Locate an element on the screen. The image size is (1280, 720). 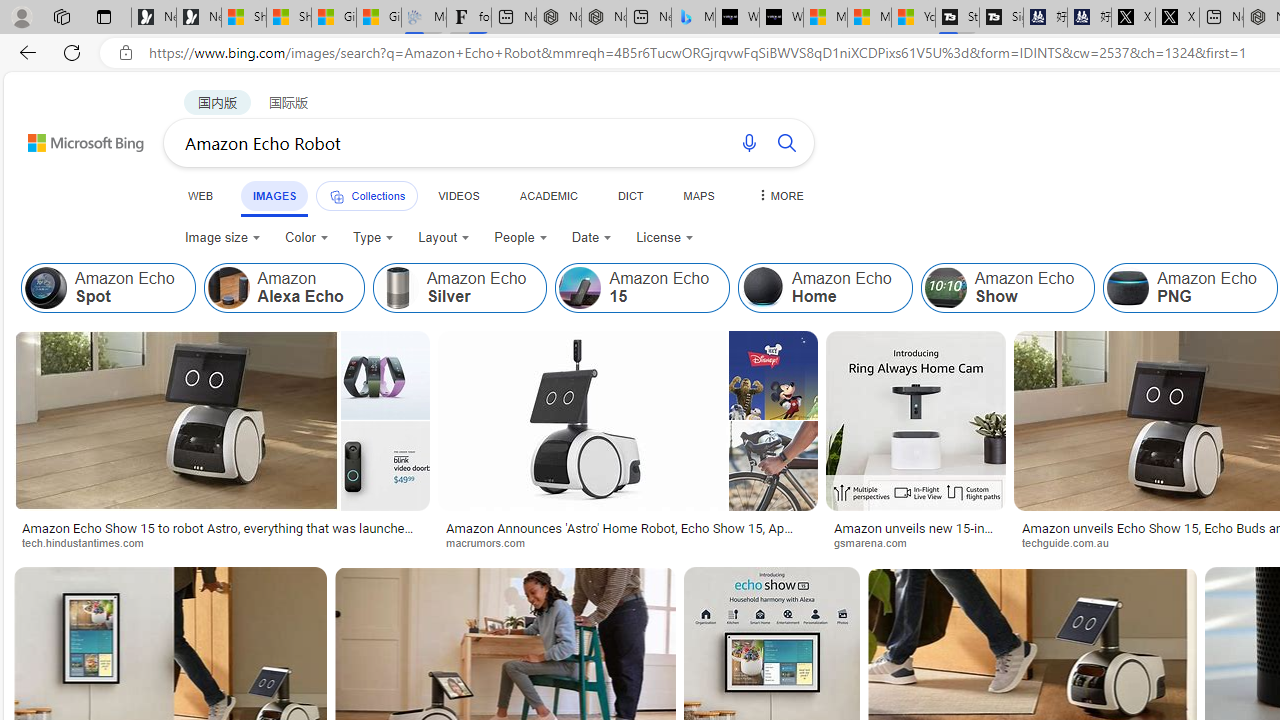
'Newsletter Sign Up' is located at coordinates (199, 17).